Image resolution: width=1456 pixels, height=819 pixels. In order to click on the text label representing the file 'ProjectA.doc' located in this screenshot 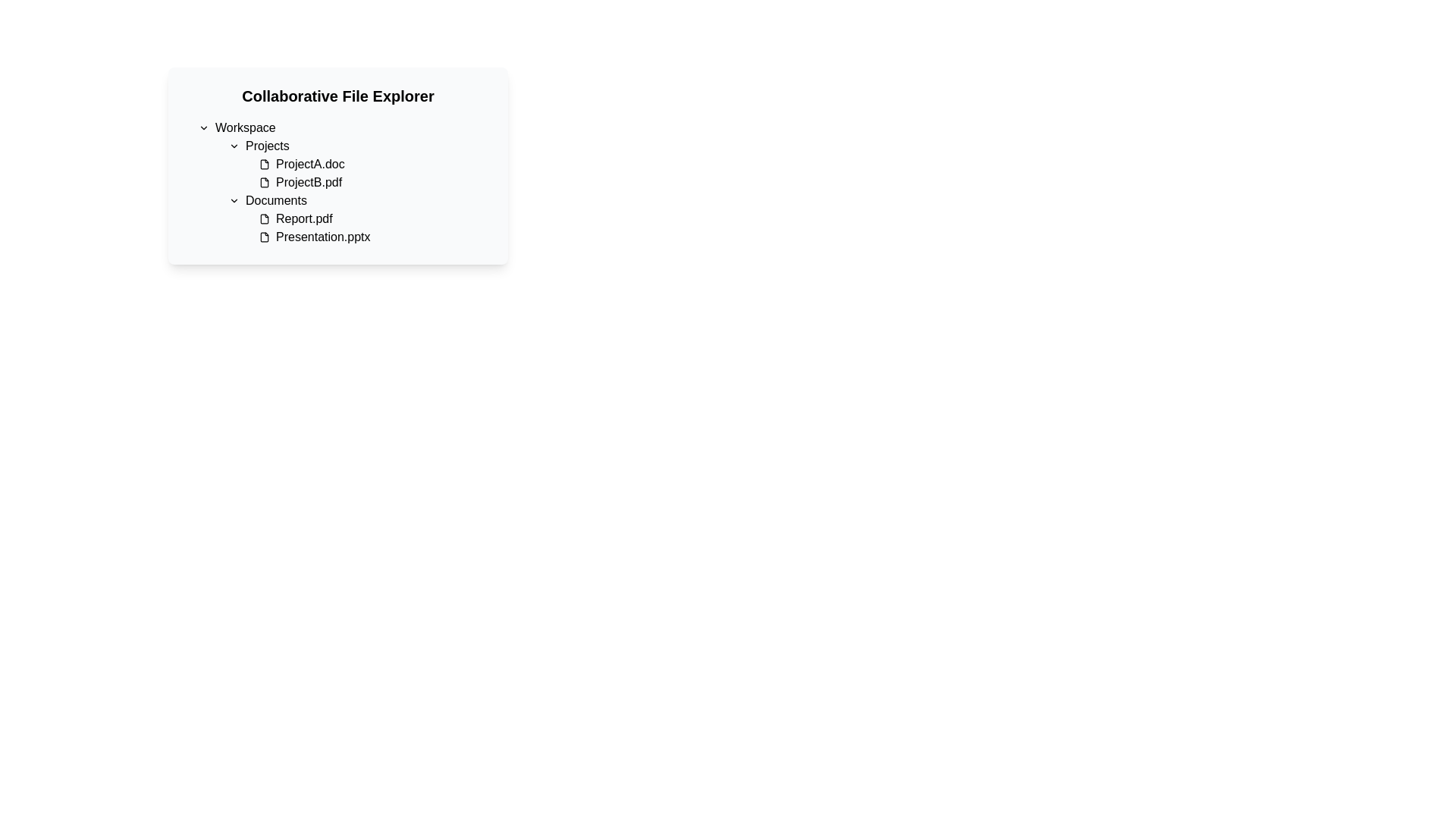, I will do `click(309, 164)`.